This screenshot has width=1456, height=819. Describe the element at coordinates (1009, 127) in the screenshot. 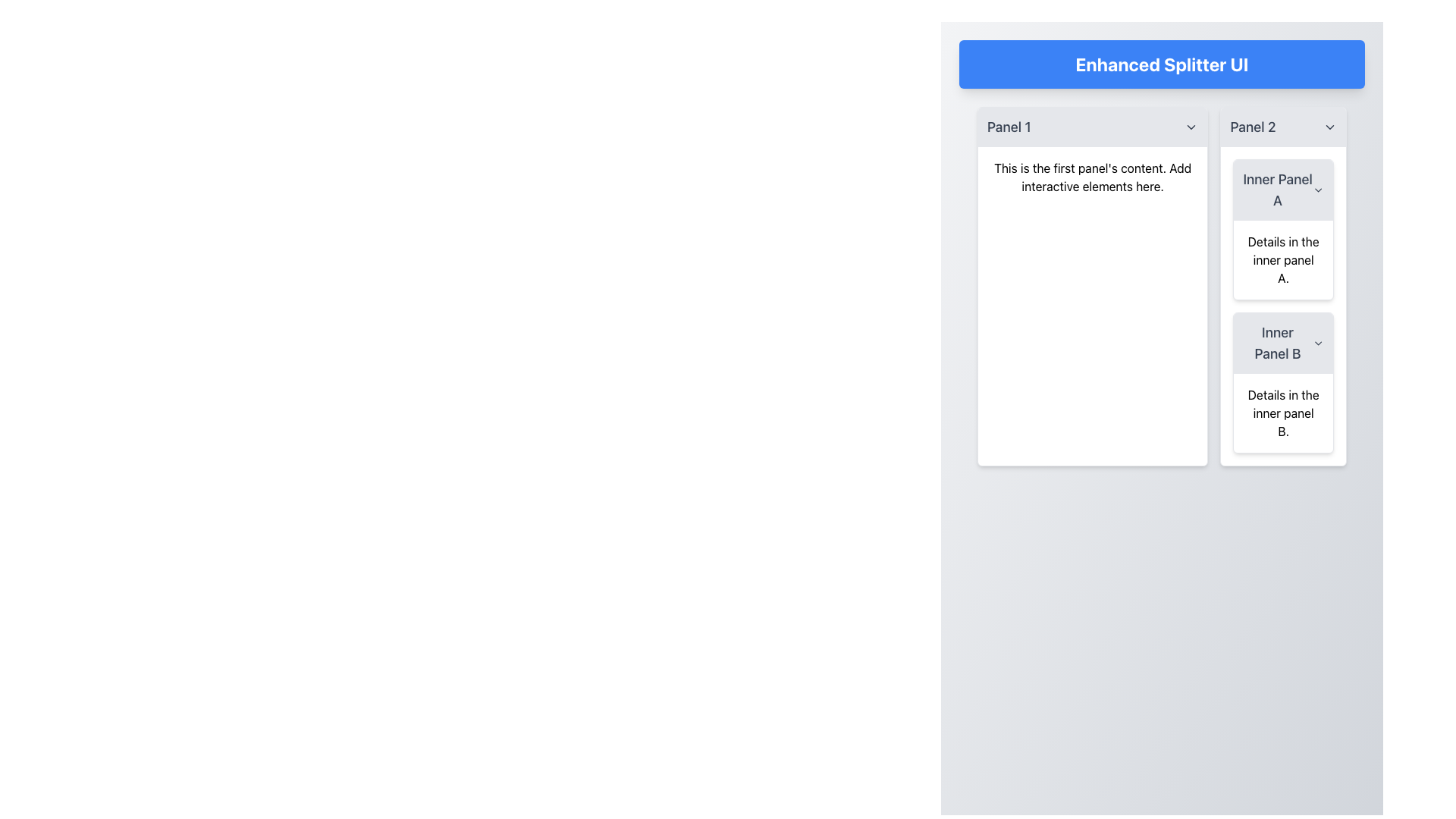

I see `the 'Panel 1' Label which is displayed in a large gray font within a light gray panel header, located at the top of the left panel section` at that location.